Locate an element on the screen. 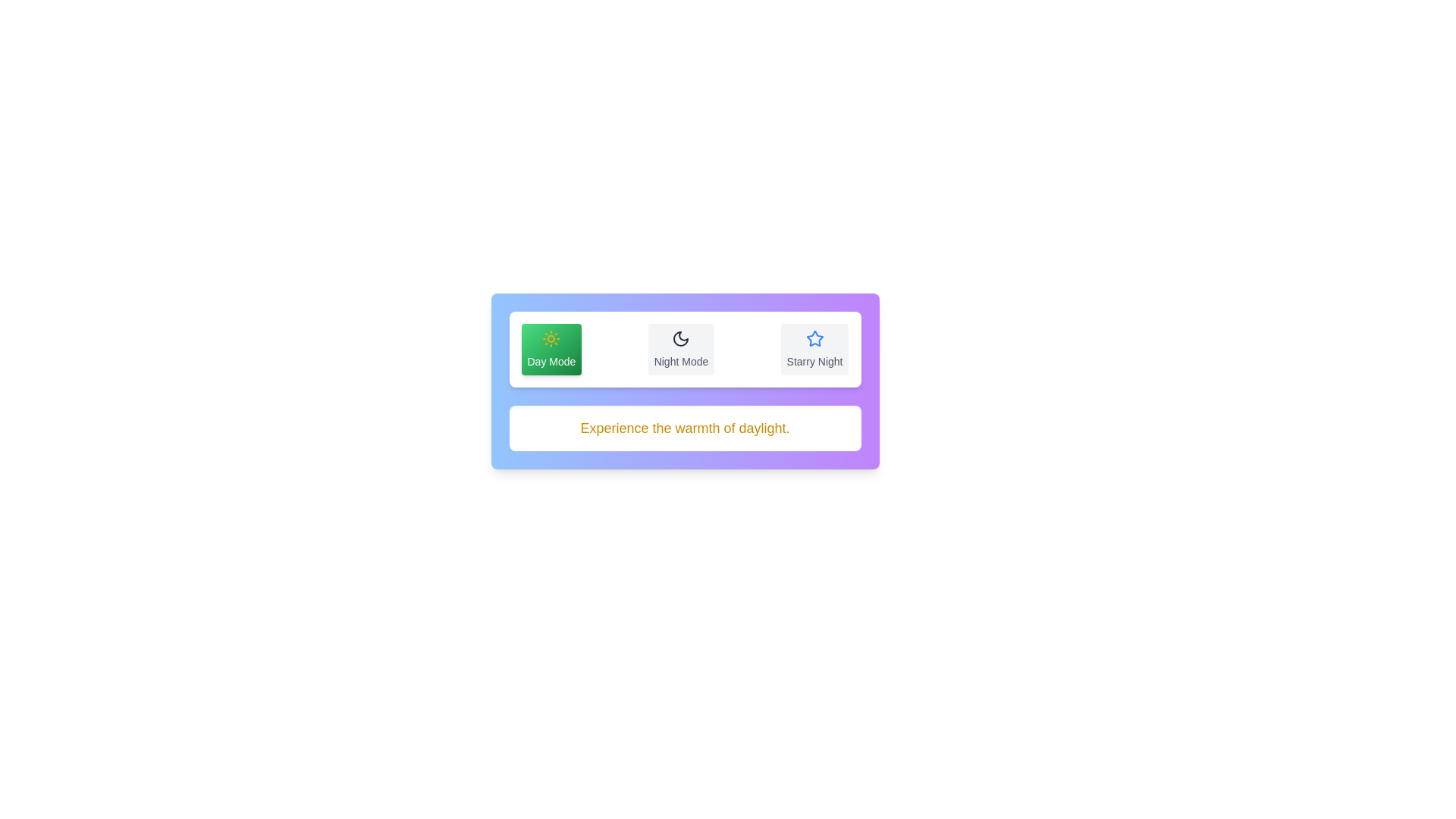 This screenshot has width=1456, height=819. the 'Day Mode' button, which is the first button in a group of three, featuring a green gradient background, rounded corners, white text, and a yellow sun icon is located at coordinates (551, 350).